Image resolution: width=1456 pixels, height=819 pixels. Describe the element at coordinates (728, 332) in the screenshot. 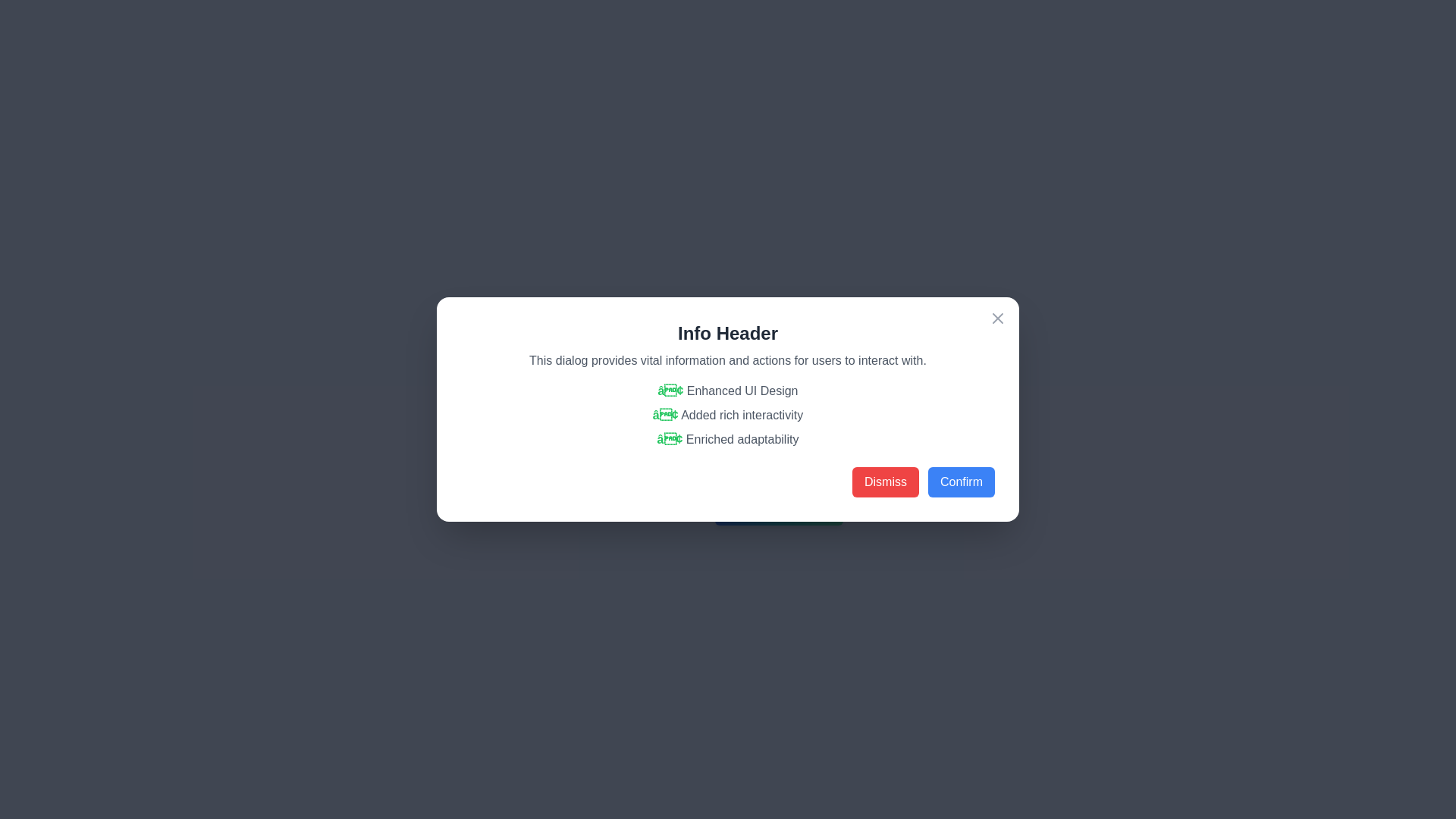

I see `the static text header element located at the top-center of the dialog box, which provides users with an understanding of the dialog's purpose` at that location.